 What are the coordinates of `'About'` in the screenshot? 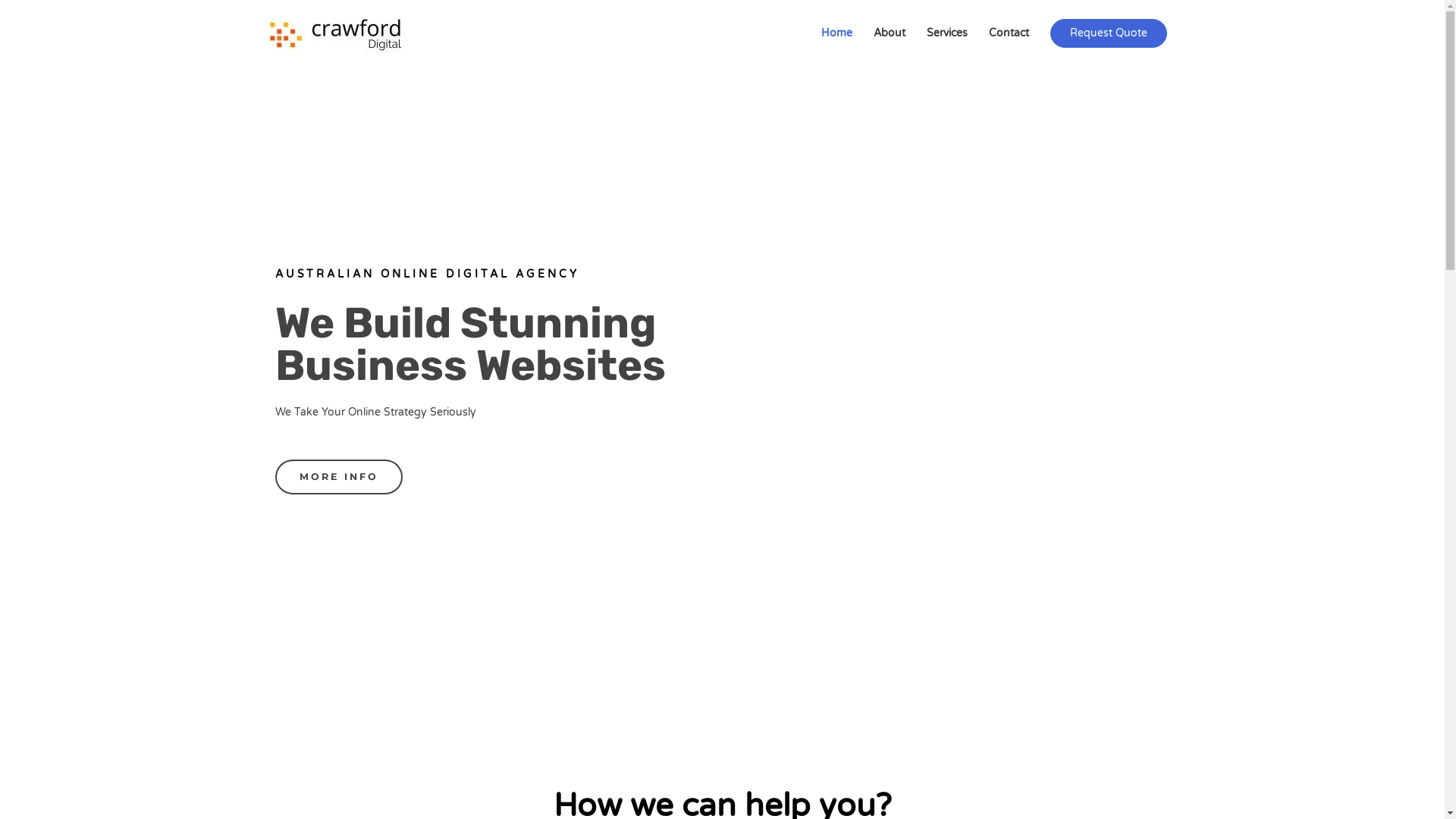 It's located at (889, 33).